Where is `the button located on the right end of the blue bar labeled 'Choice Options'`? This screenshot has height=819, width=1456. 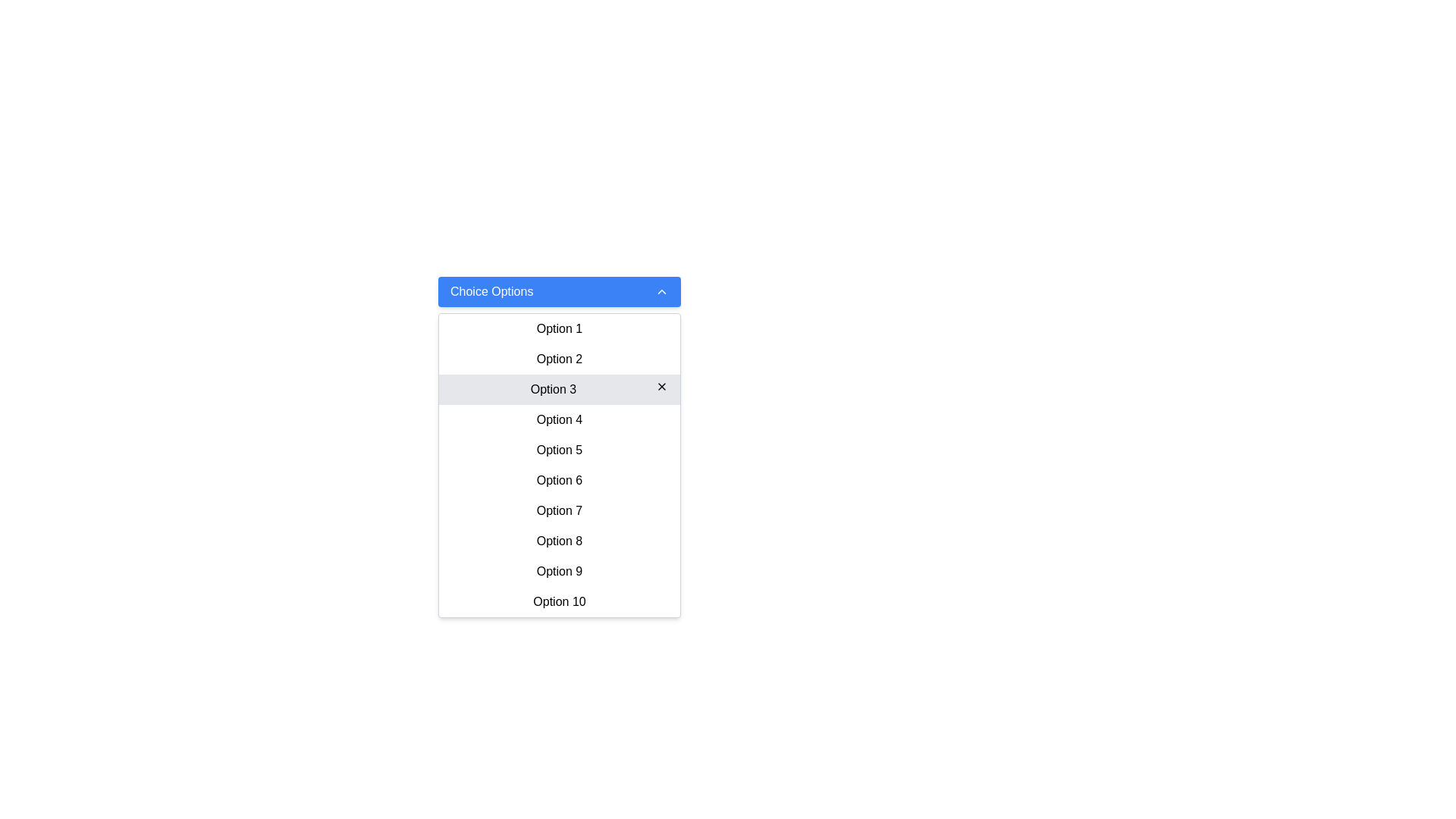 the button located on the right end of the blue bar labeled 'Choice Options' is located at coordinates (662, 292).